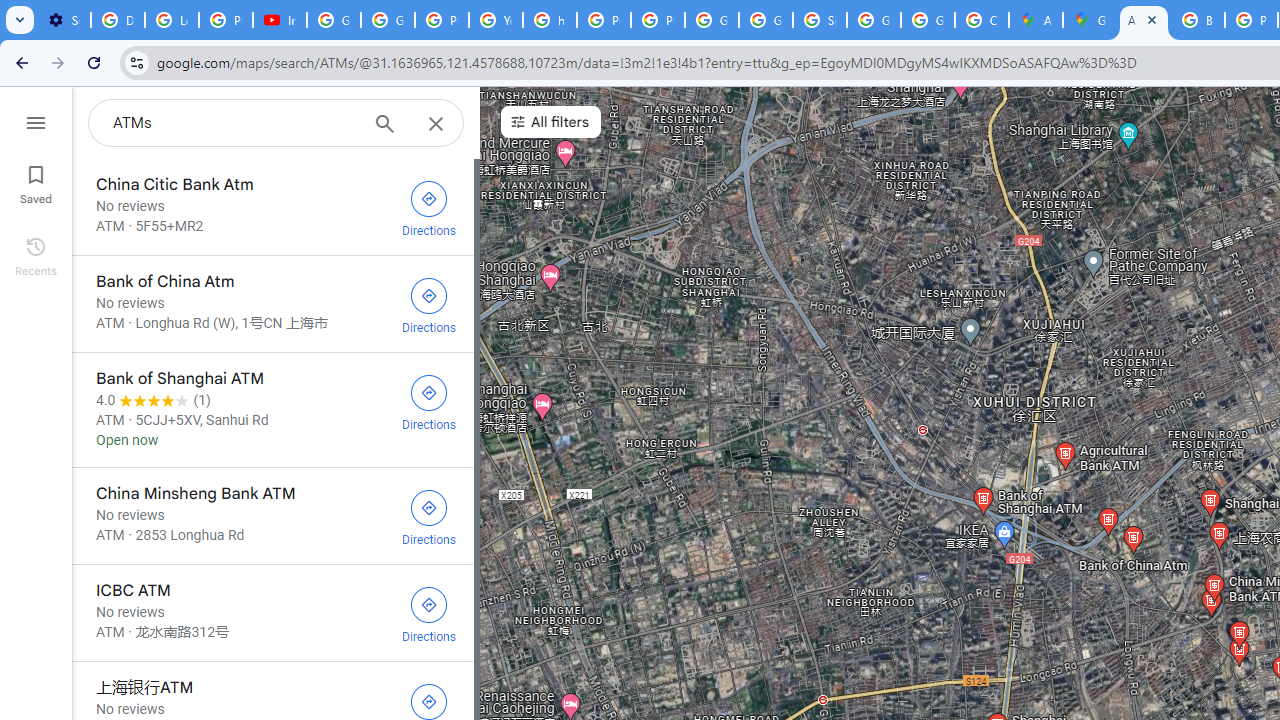  I want to click on 'Get directions to China Citic Bank Atm', so click(428, 206).